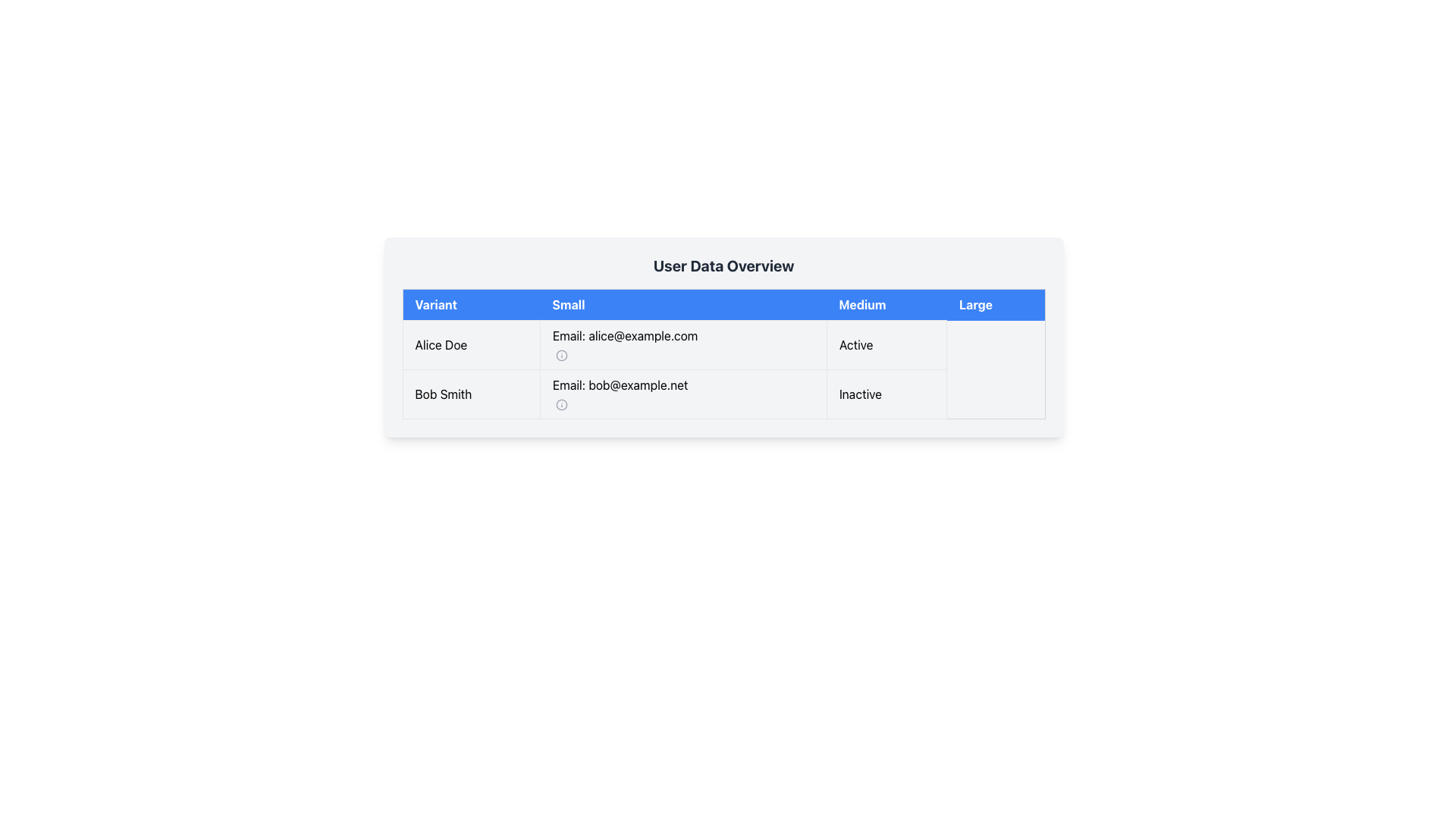  What do you see at coordinates (470, 345) in the screenshot?
I see `name displayed in the first column of the first row of the table, which shows 'Alice Doe'` at bounding box center [470, 345].